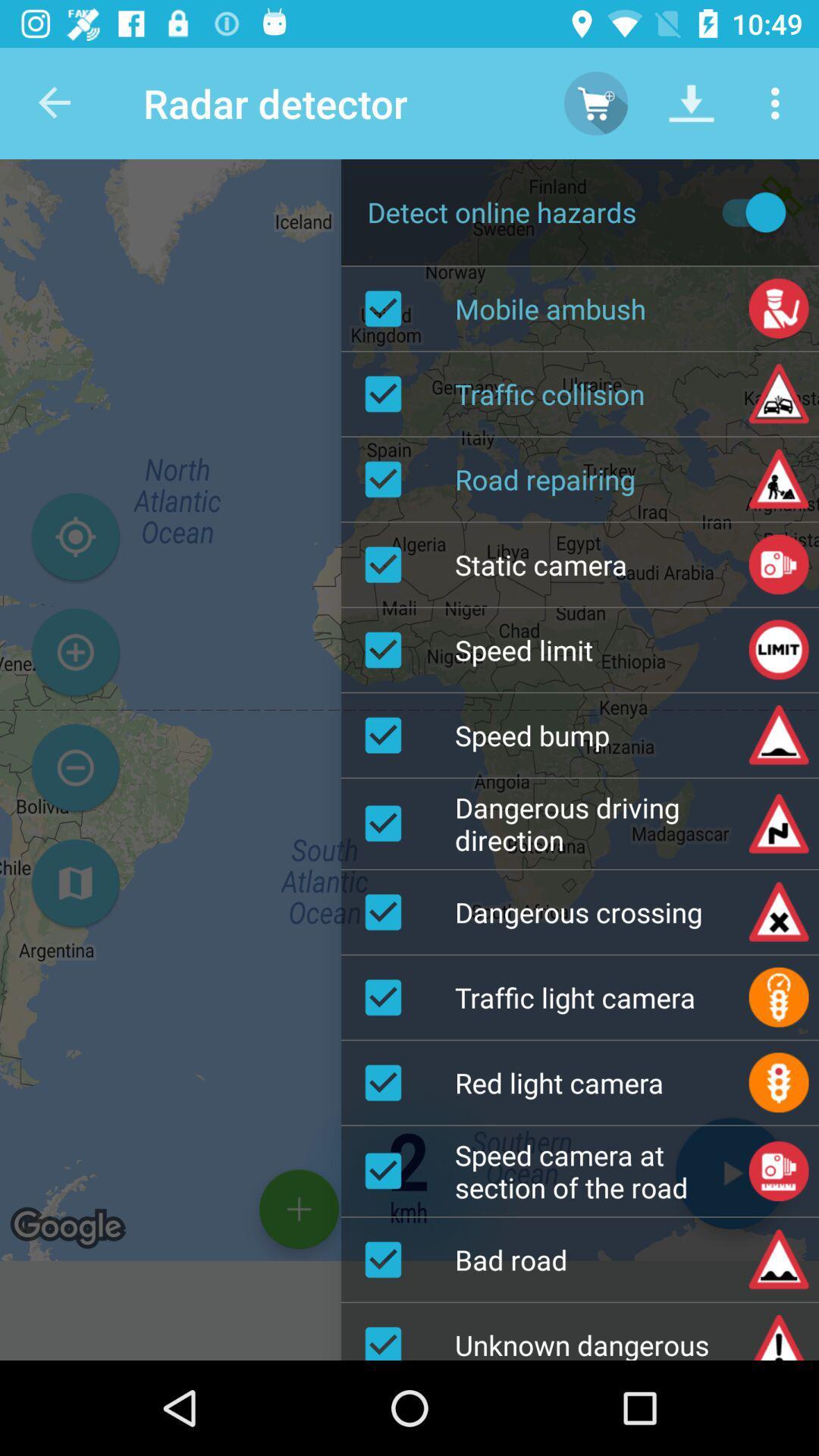  What do you see at coordinates (75, 652) in the screenshot?
I see `the add icon` at bounding box center [75, 652].